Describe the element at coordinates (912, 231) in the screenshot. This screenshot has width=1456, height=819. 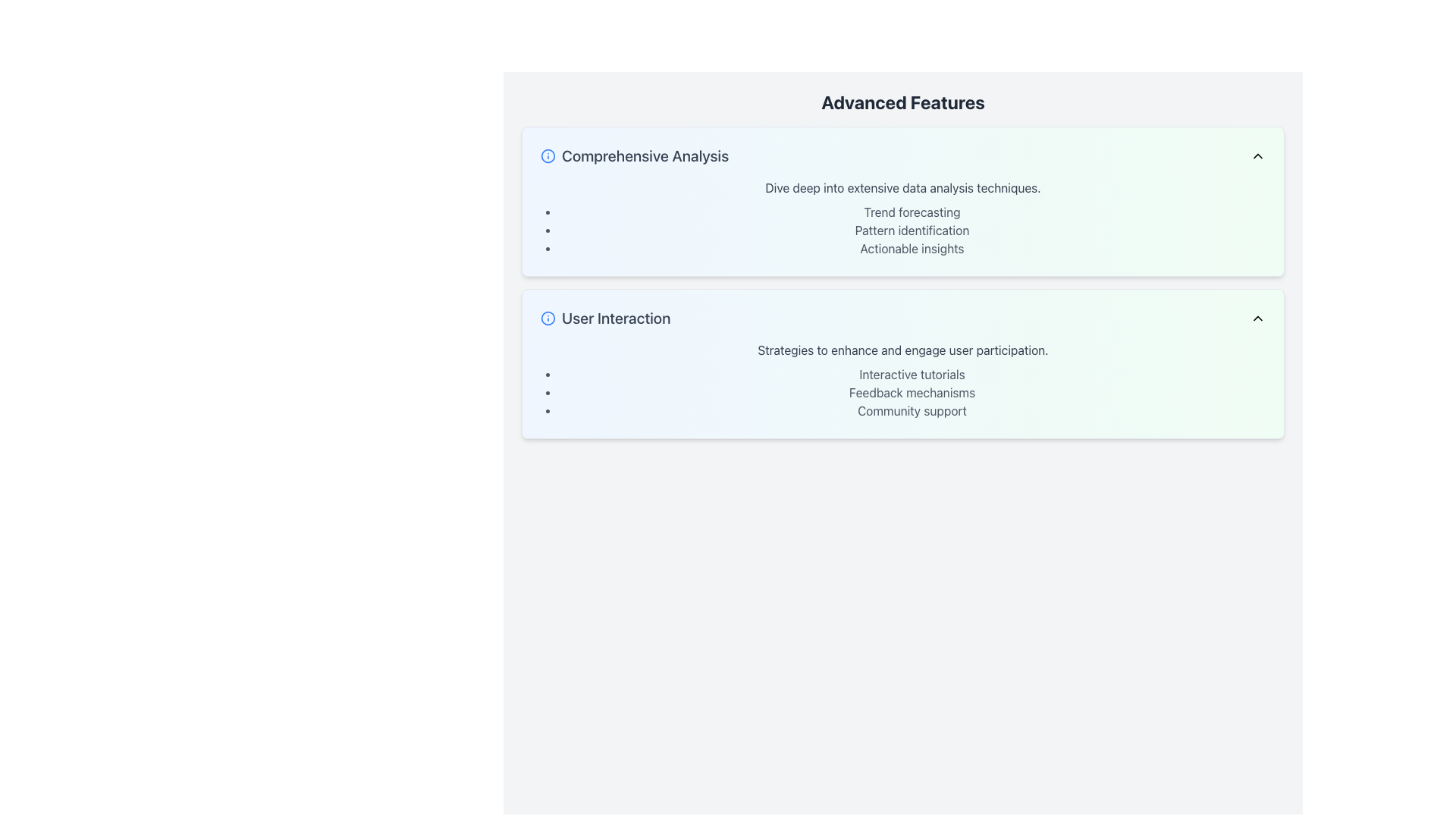
I see `the text label reading 'Pattern identification' located in the 'Comprehensive Analysis' section, which is the middle item in a list of three entries` at that location.